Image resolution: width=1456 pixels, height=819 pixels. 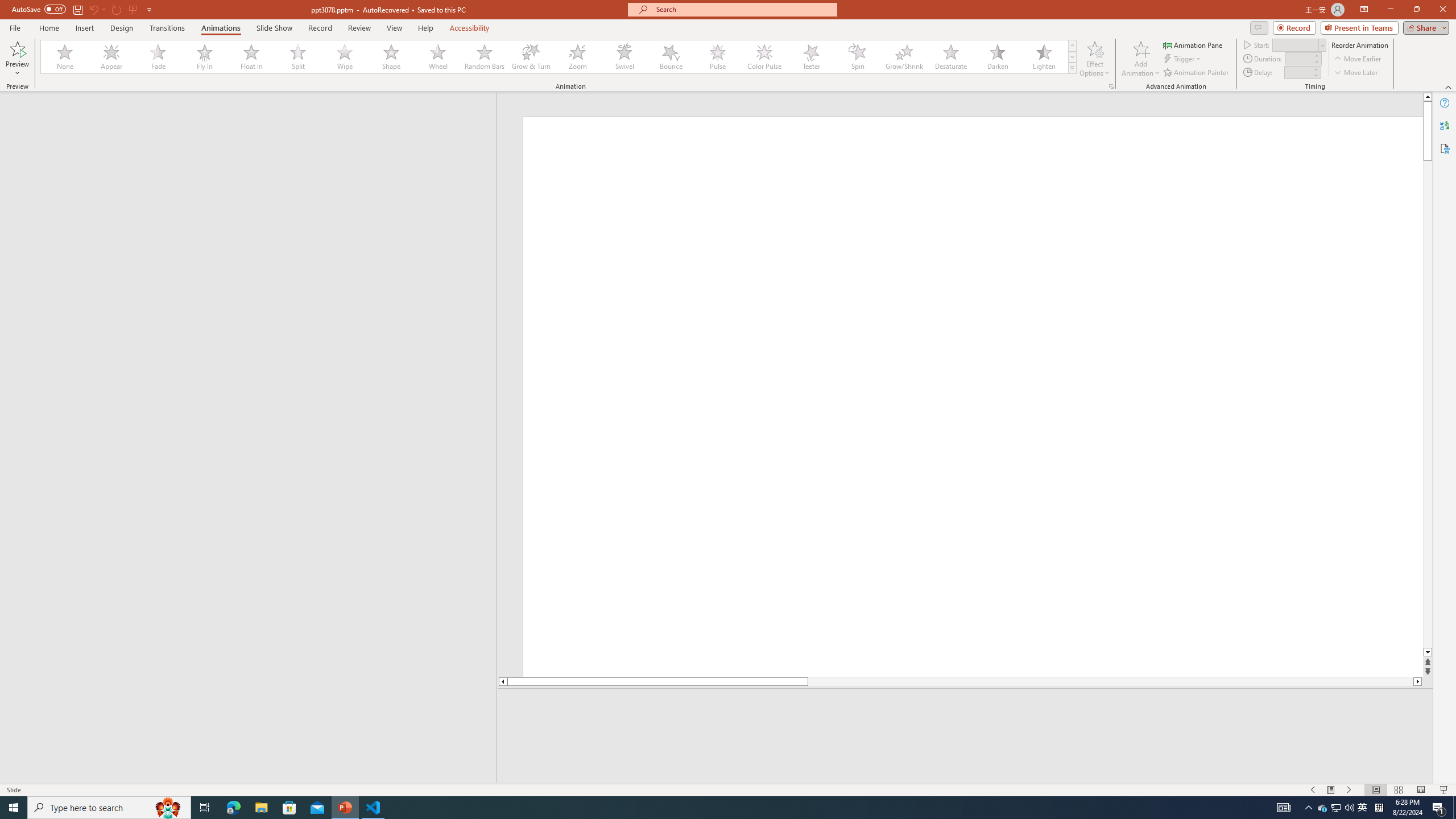 What do you see at coordinates (671, 56) in the screenshot?
I see `'Bounce'` at bounding box center [671, 56].